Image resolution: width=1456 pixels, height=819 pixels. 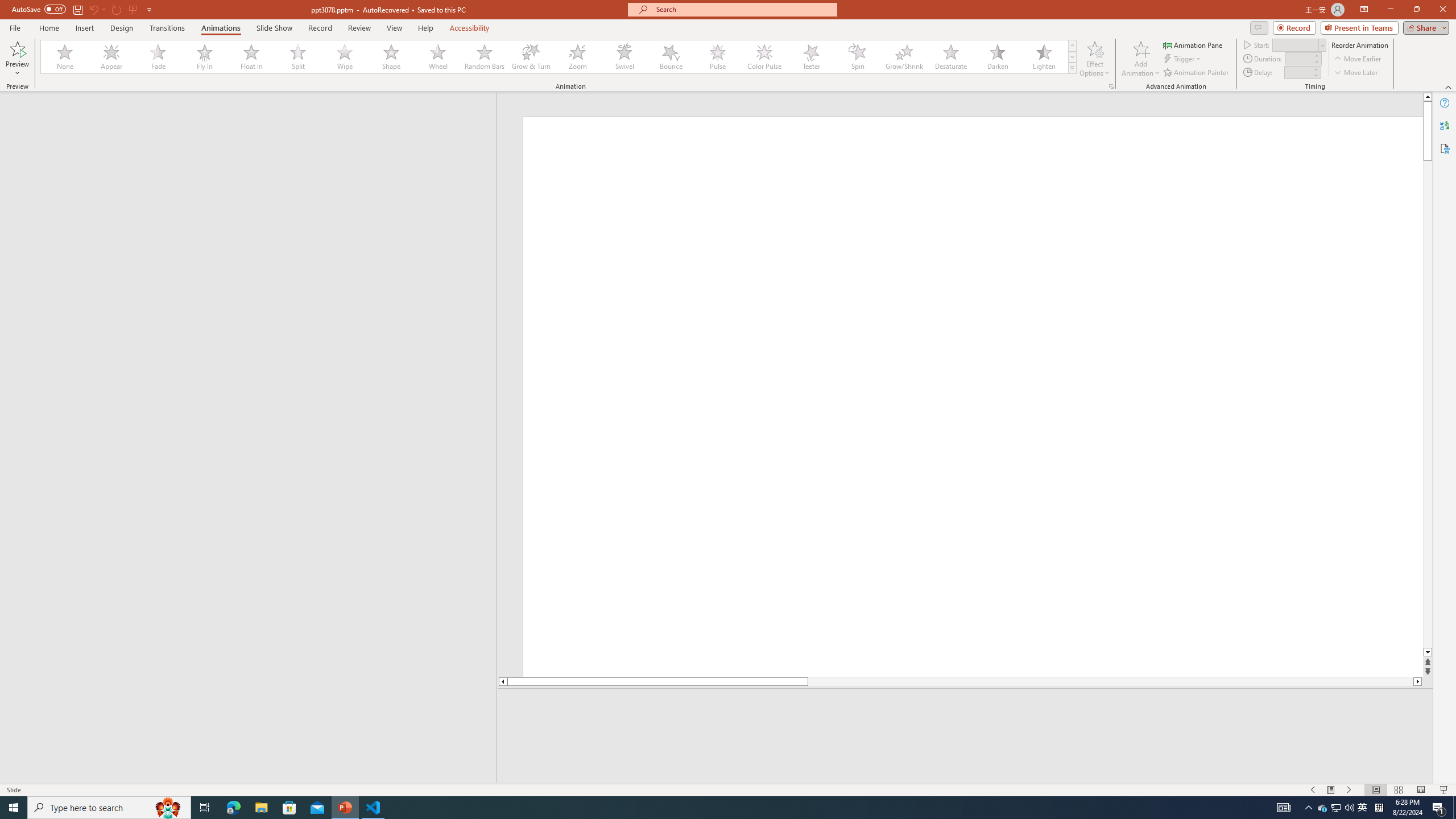 What do you see at coordinates (671, 56) in the screenshot?
I see `'Bounce'` at bounding box center [671, 56].